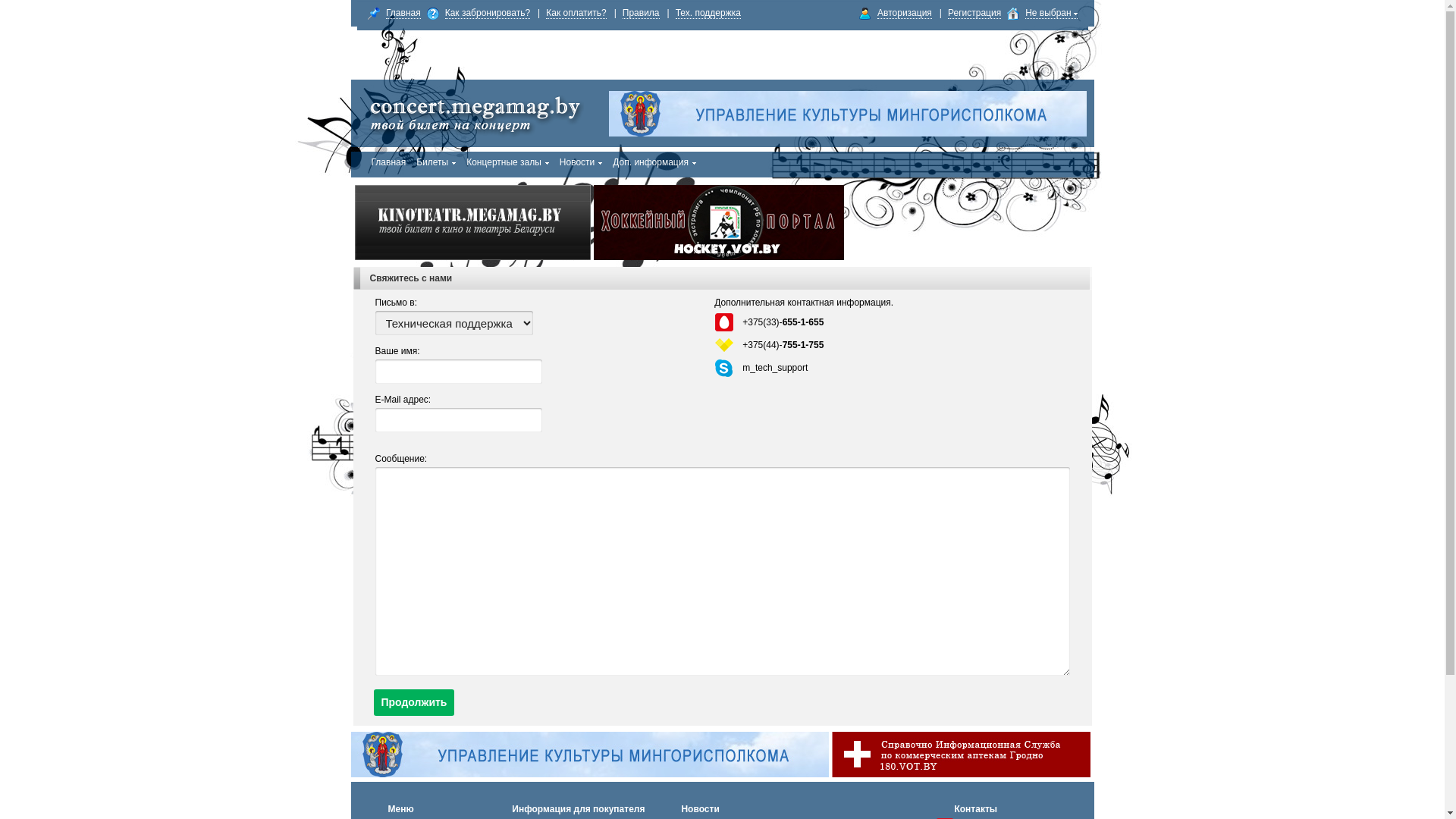 The image size is (1456, 819). What do you see at coordinates (775, 368) in the screenshot?
I see `'m_tech_support'` at bounding box center [775, 368].